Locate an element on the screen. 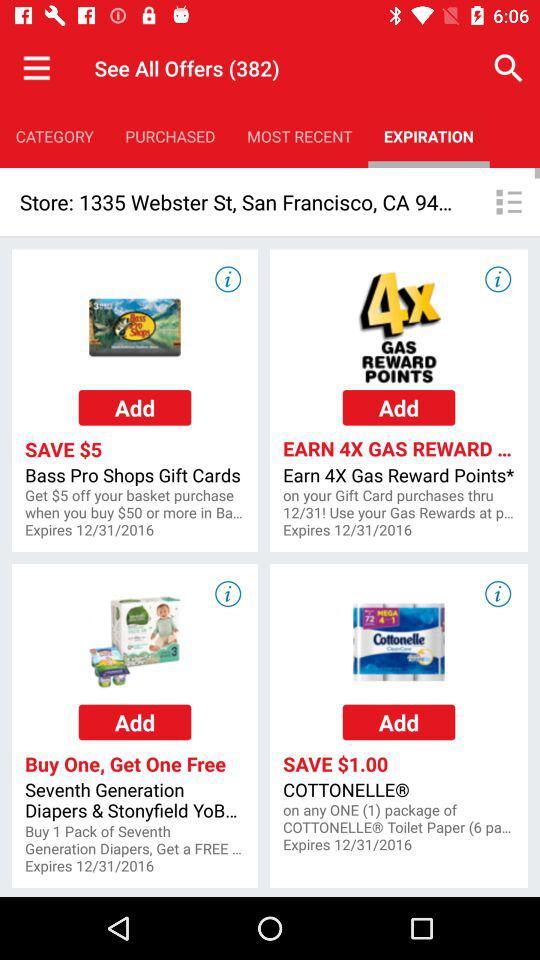  the item next to the see all offers item is located at coordinates (36, 68).